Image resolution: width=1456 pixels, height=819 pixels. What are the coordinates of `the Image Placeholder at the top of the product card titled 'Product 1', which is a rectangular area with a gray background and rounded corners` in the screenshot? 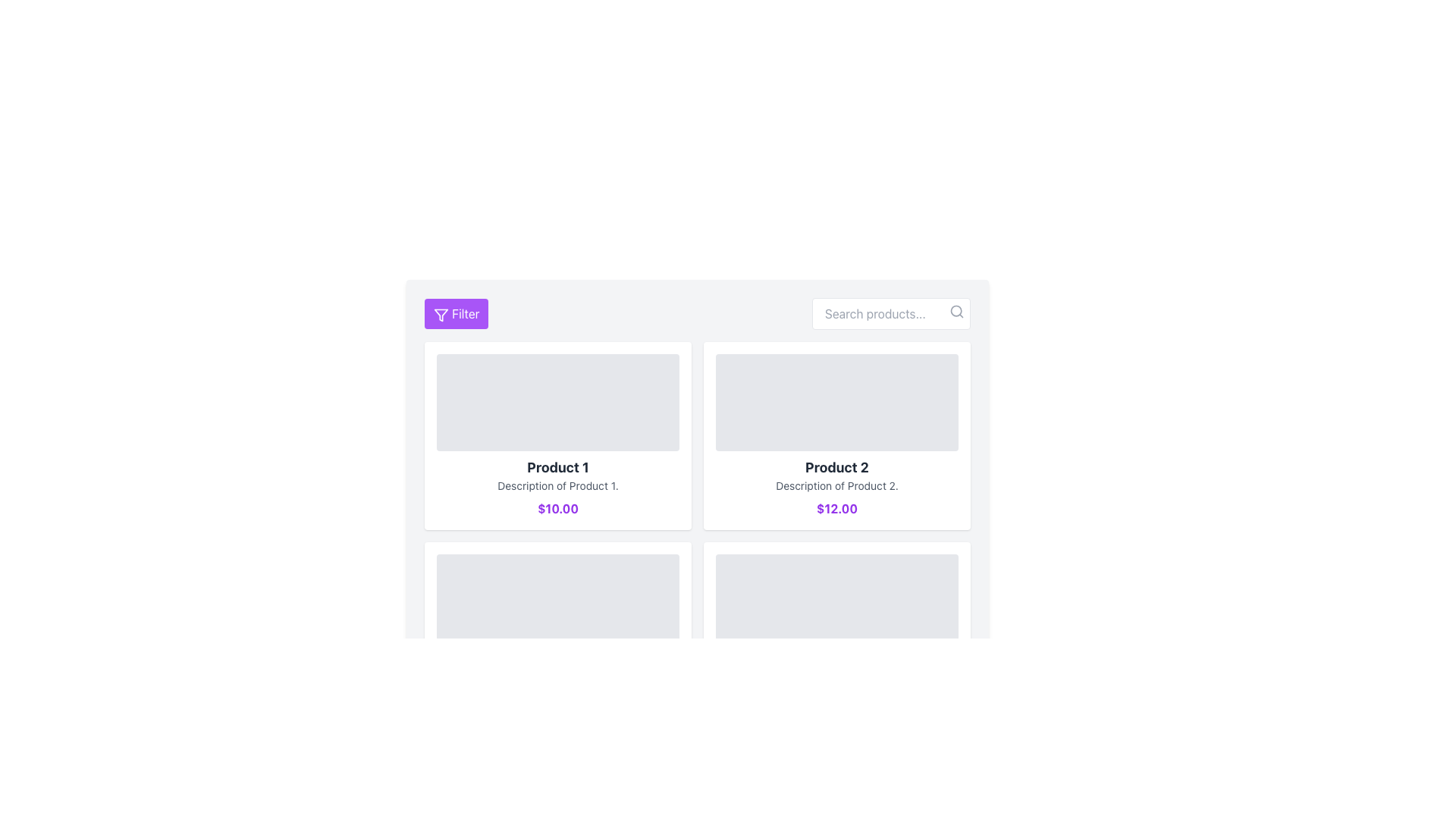 It's located at (557, 402).